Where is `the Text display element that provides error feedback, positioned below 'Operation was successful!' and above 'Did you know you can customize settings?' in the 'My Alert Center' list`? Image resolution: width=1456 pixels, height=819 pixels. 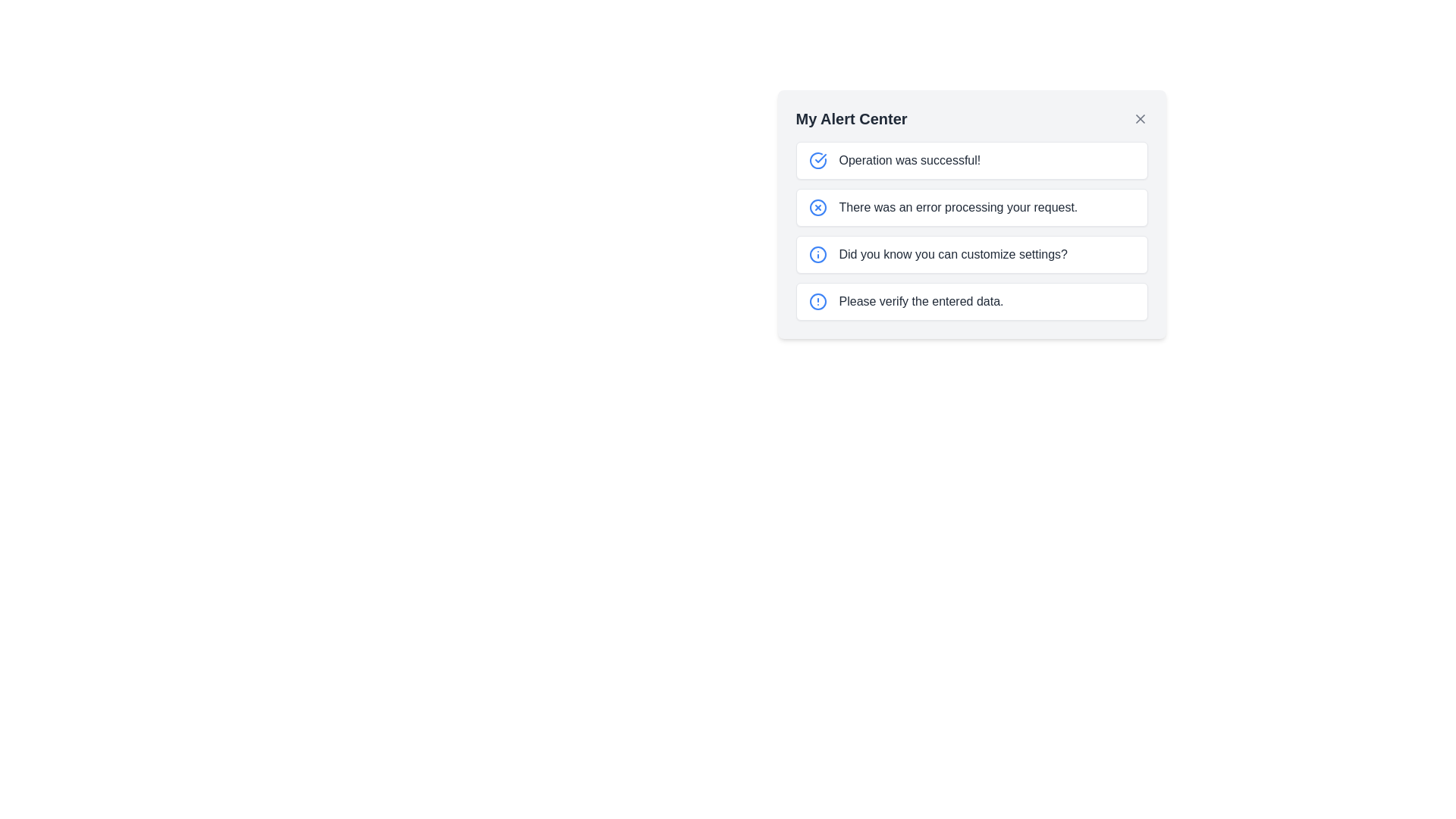
the Text display element that provides error feedback, positioned below 'Operation was successful!' and above 'Did you know you can customize settings?' in the 'My Alert Center' list is located at coordinates (957, 207).